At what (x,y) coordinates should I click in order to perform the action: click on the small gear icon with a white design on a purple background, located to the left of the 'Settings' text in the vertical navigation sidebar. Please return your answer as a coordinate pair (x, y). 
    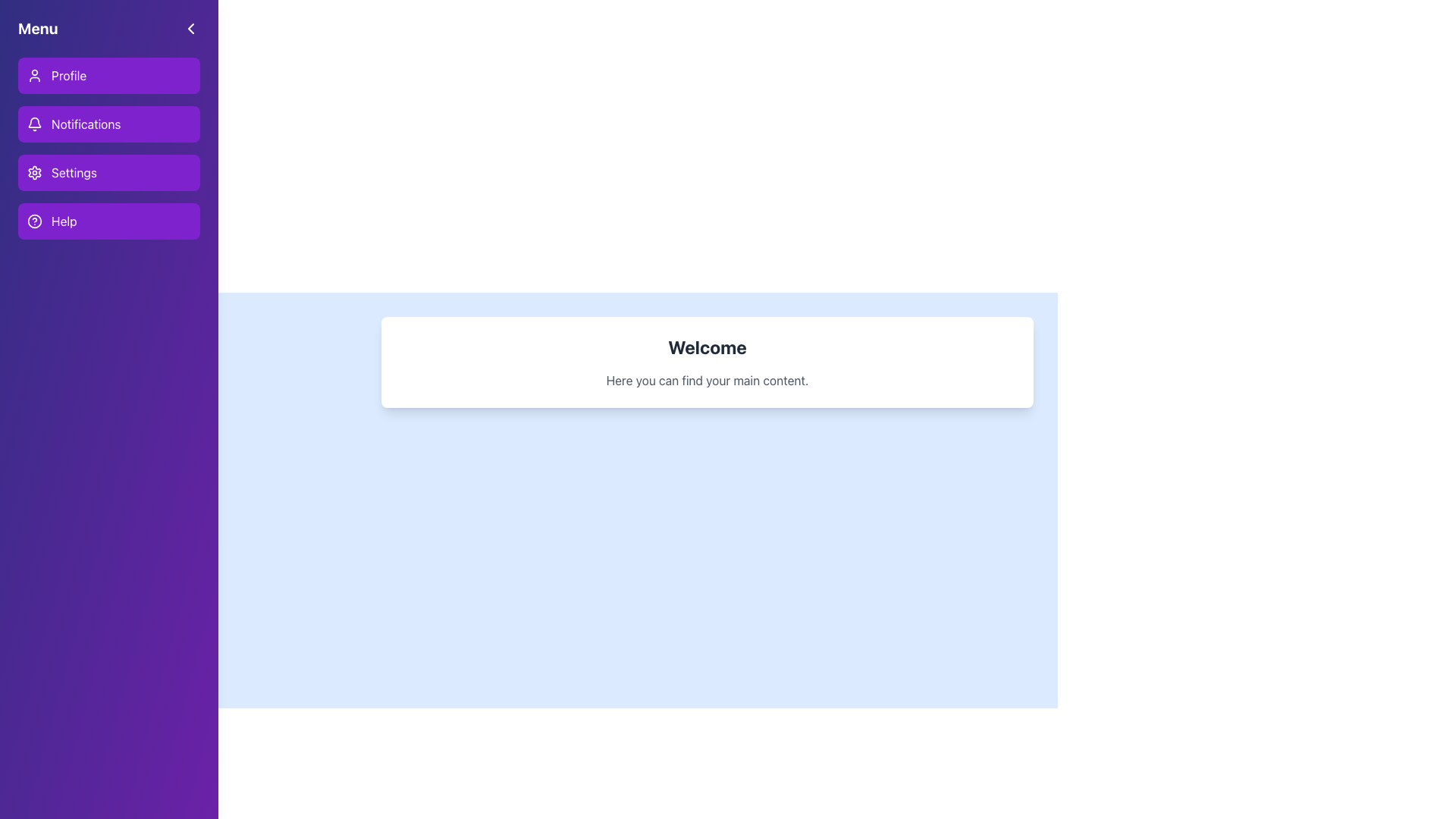
    Looking at the image, I should click on (35, 171).